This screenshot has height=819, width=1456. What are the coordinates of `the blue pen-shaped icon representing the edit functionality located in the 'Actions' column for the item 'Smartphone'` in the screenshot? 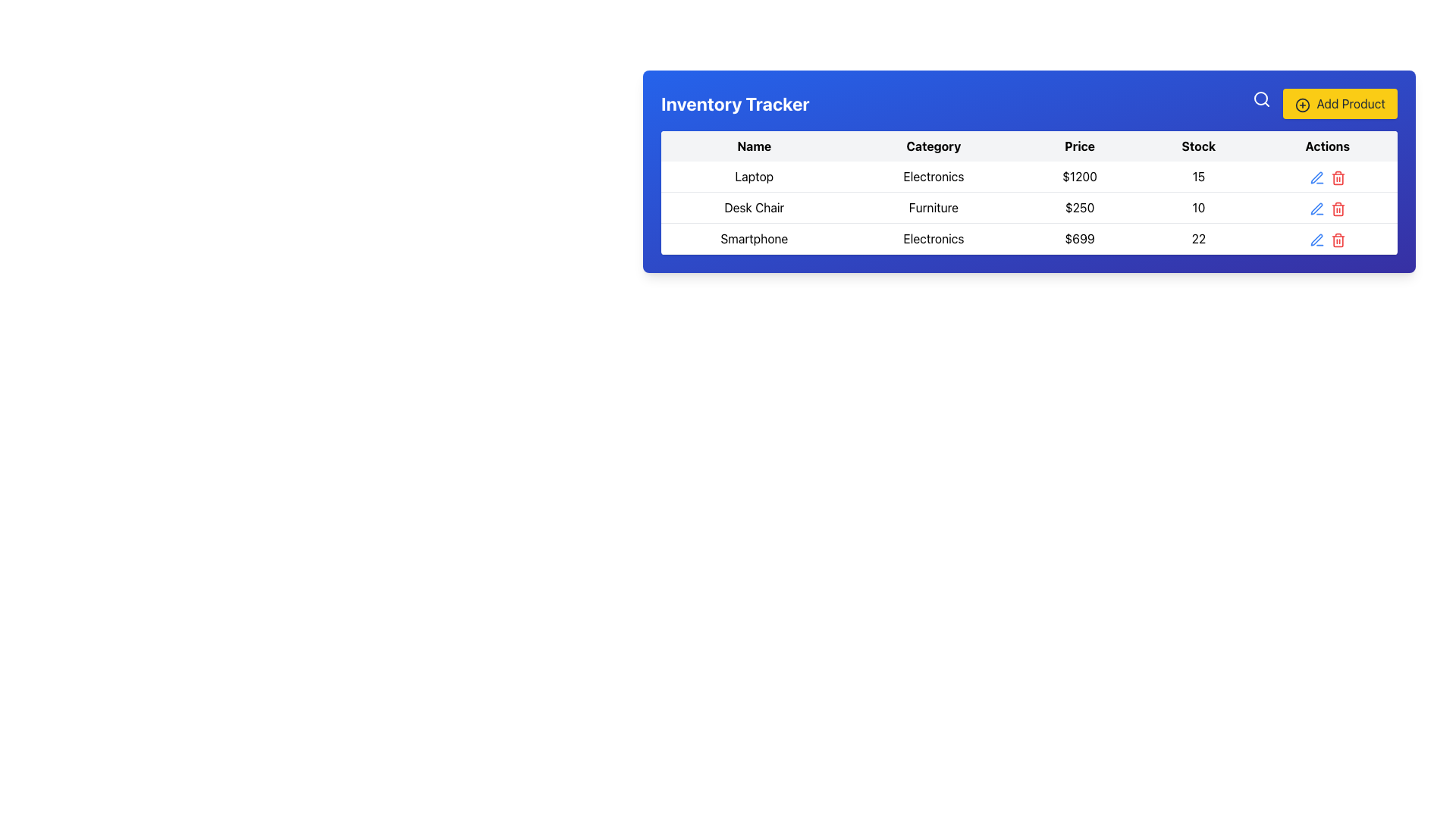 It's located at (1316, 239).